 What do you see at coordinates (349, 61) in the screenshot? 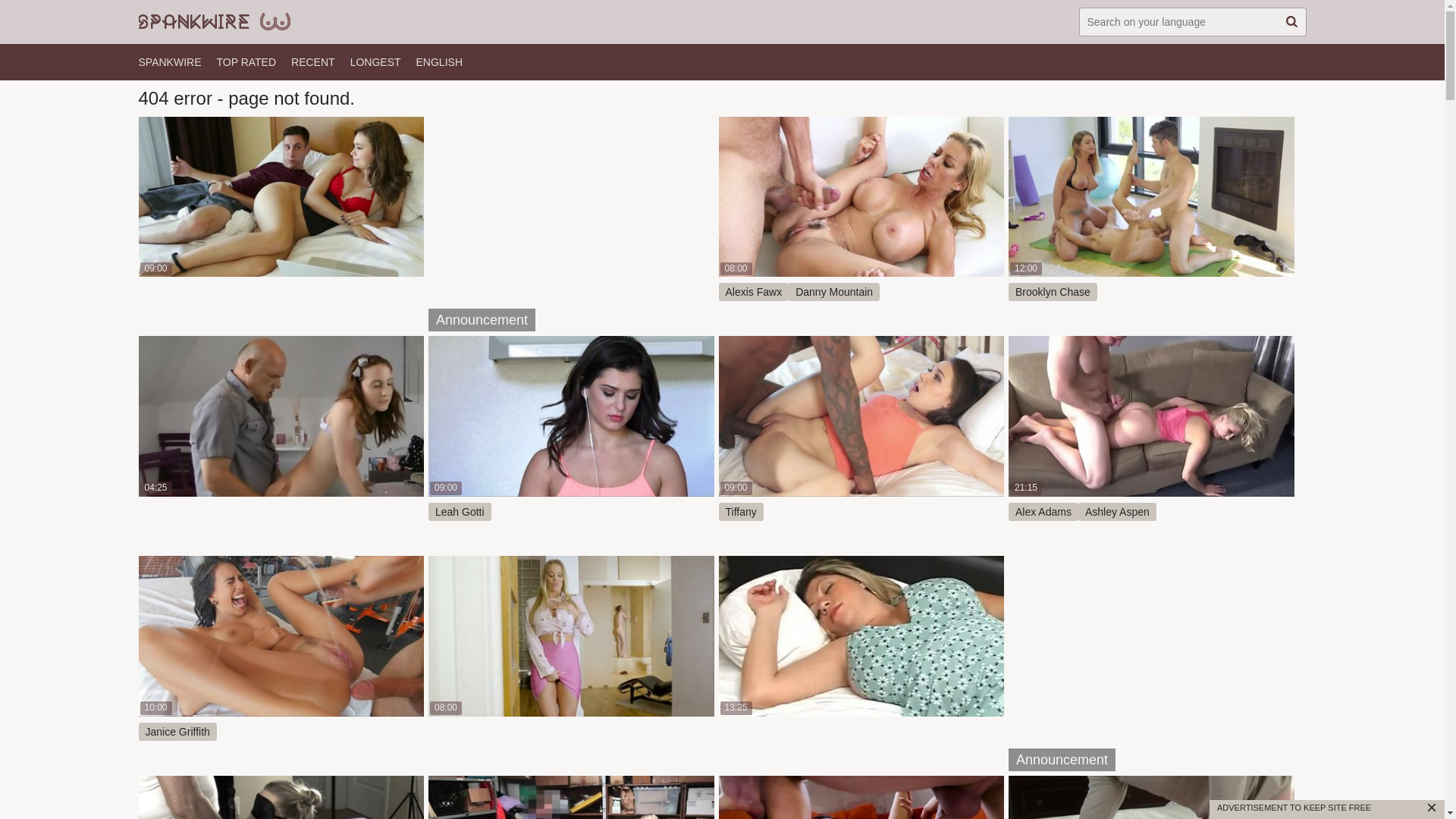
I see `'LONGEST'` at bounding box center [349, 61].